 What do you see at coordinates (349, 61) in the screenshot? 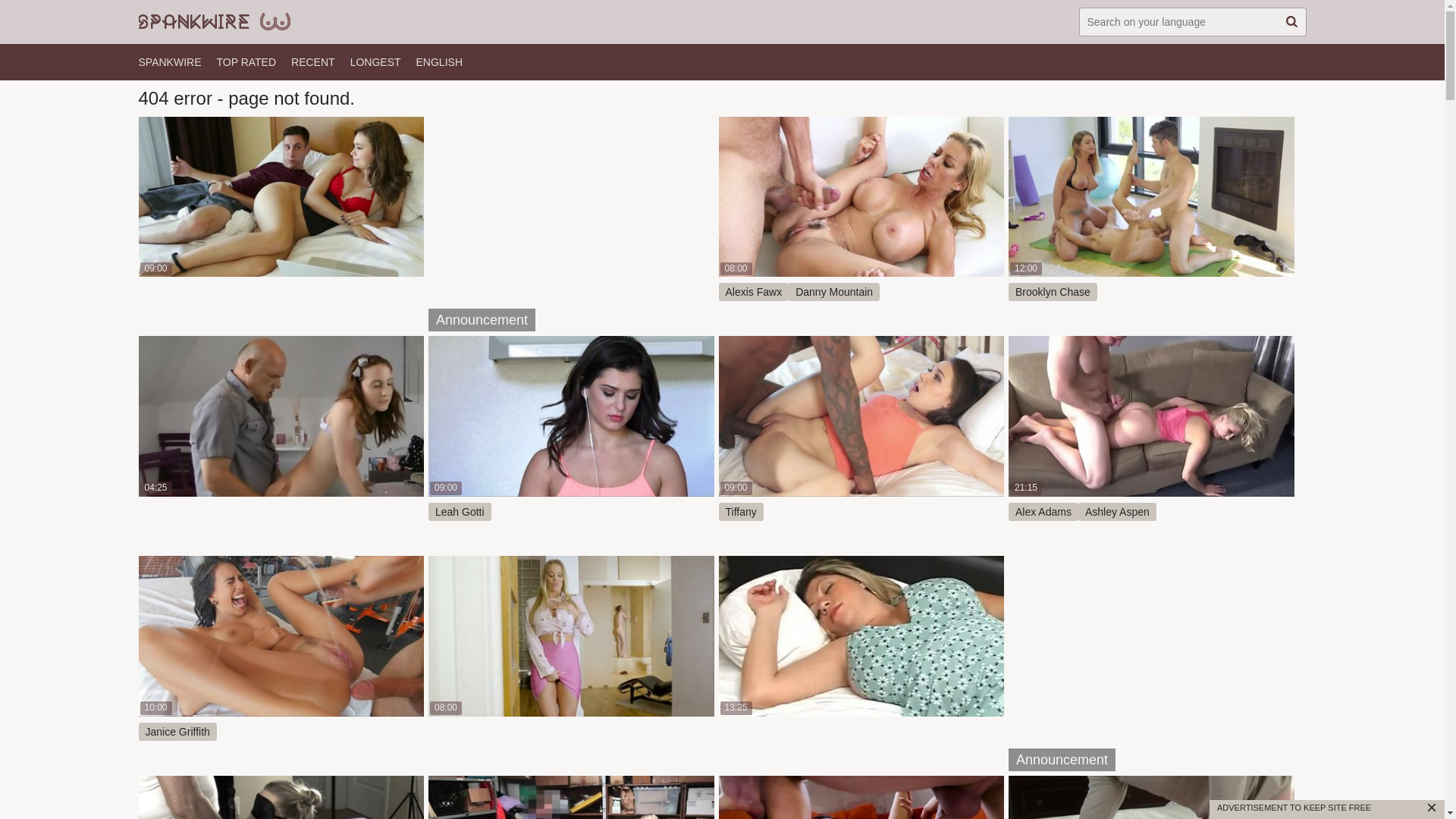
I see `'LONGEST'` at bounding box center [349, 61].